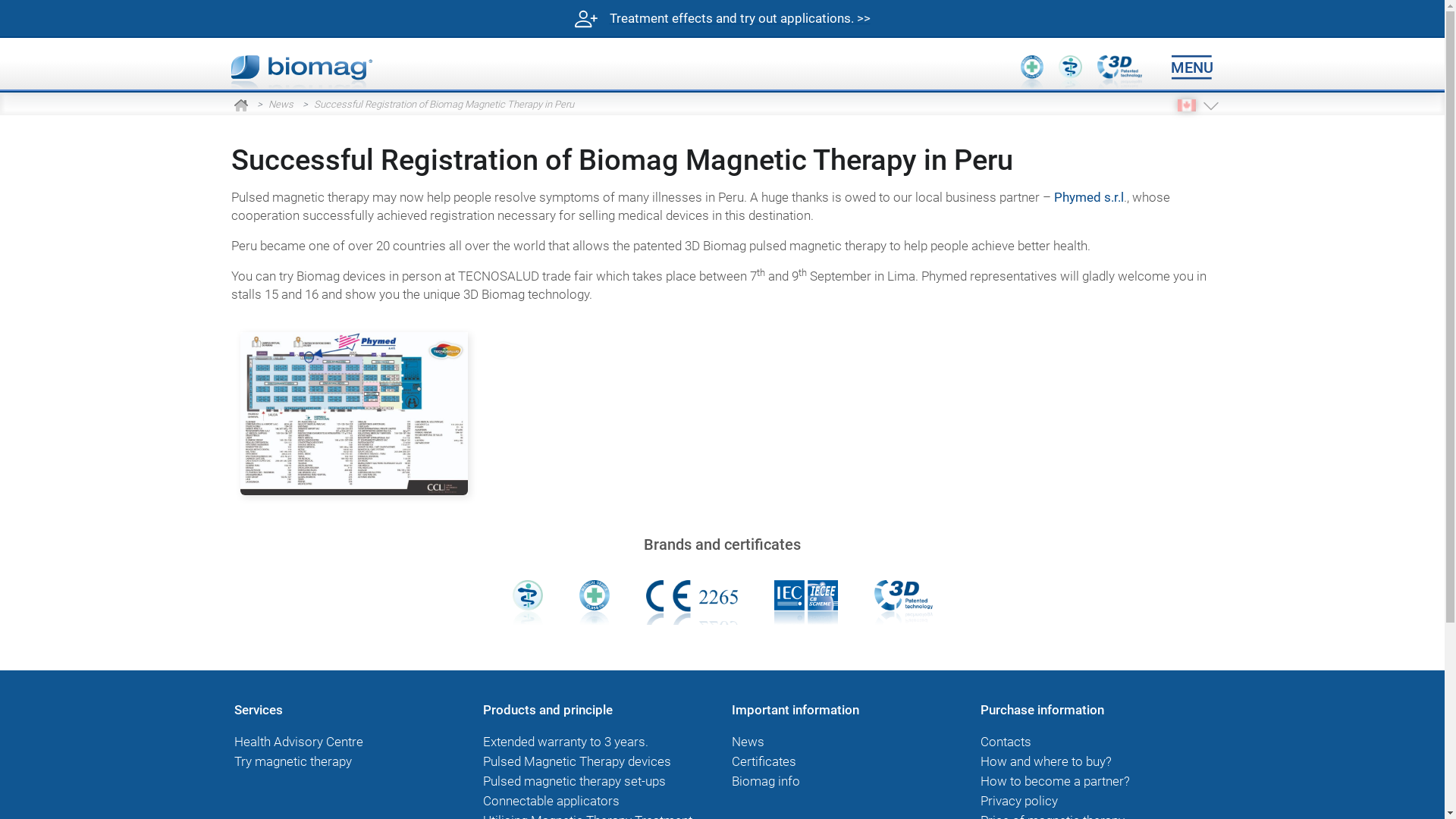  Describe the element at coordinates (731, 710) in the screenshot. I see `'Important information'` at that location.